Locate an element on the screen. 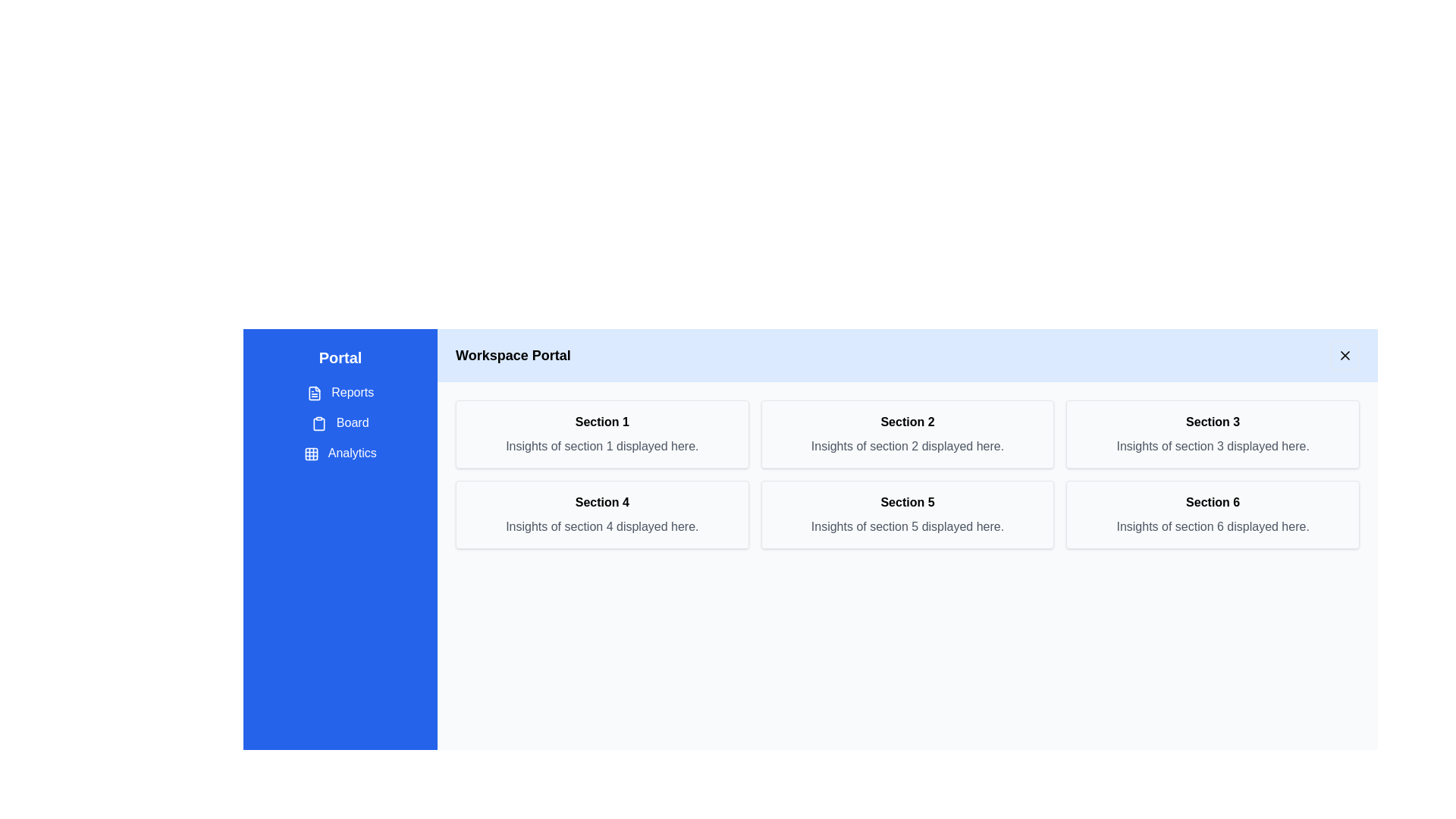  the text element that contains 'Insights of section 5 displayed here.' in a gray font, which is located in the card labeled 'Section 5' is located at coordinates (907, 526).